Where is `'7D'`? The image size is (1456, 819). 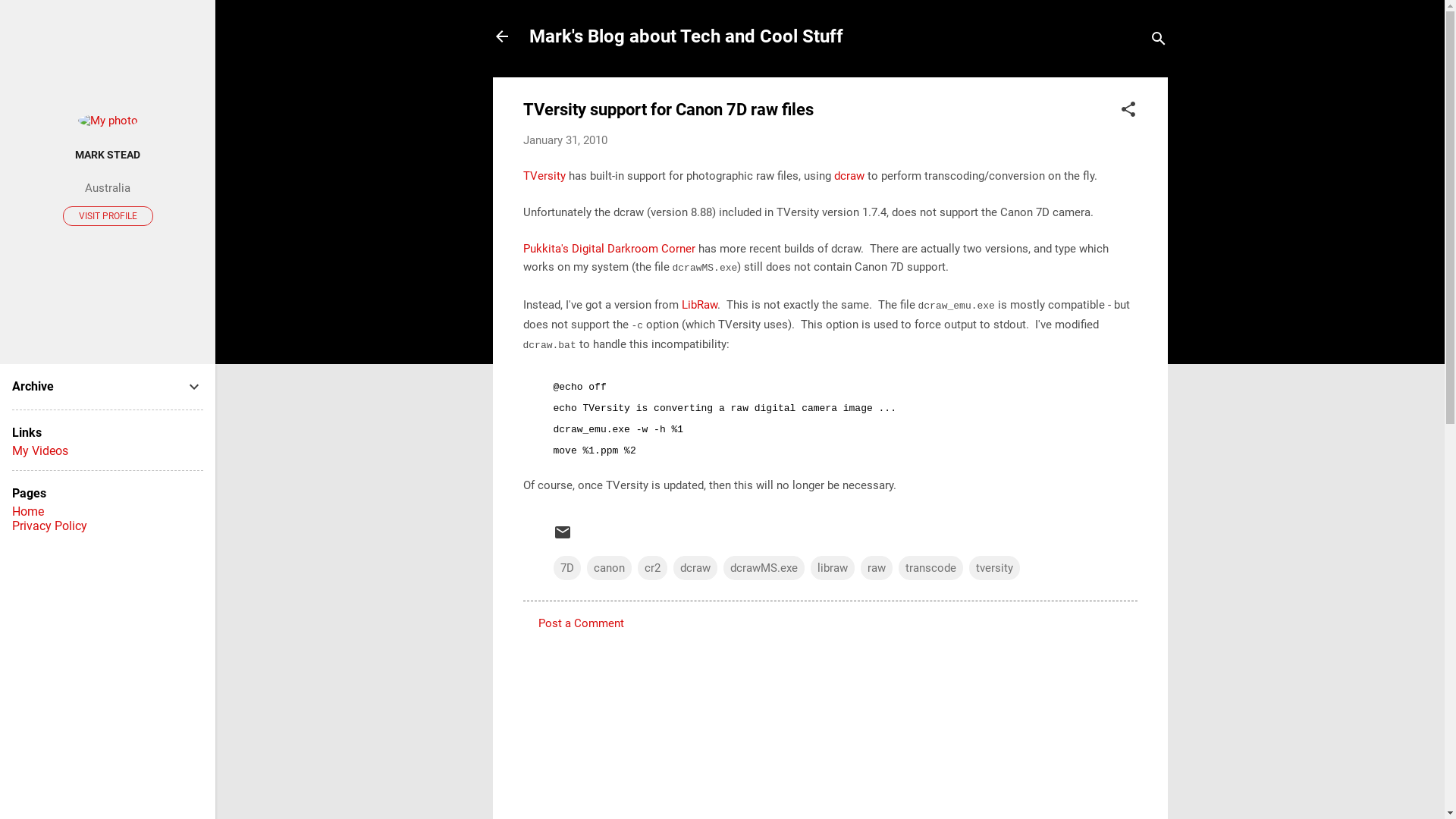 '7D' is located at coordinates (552, 567).